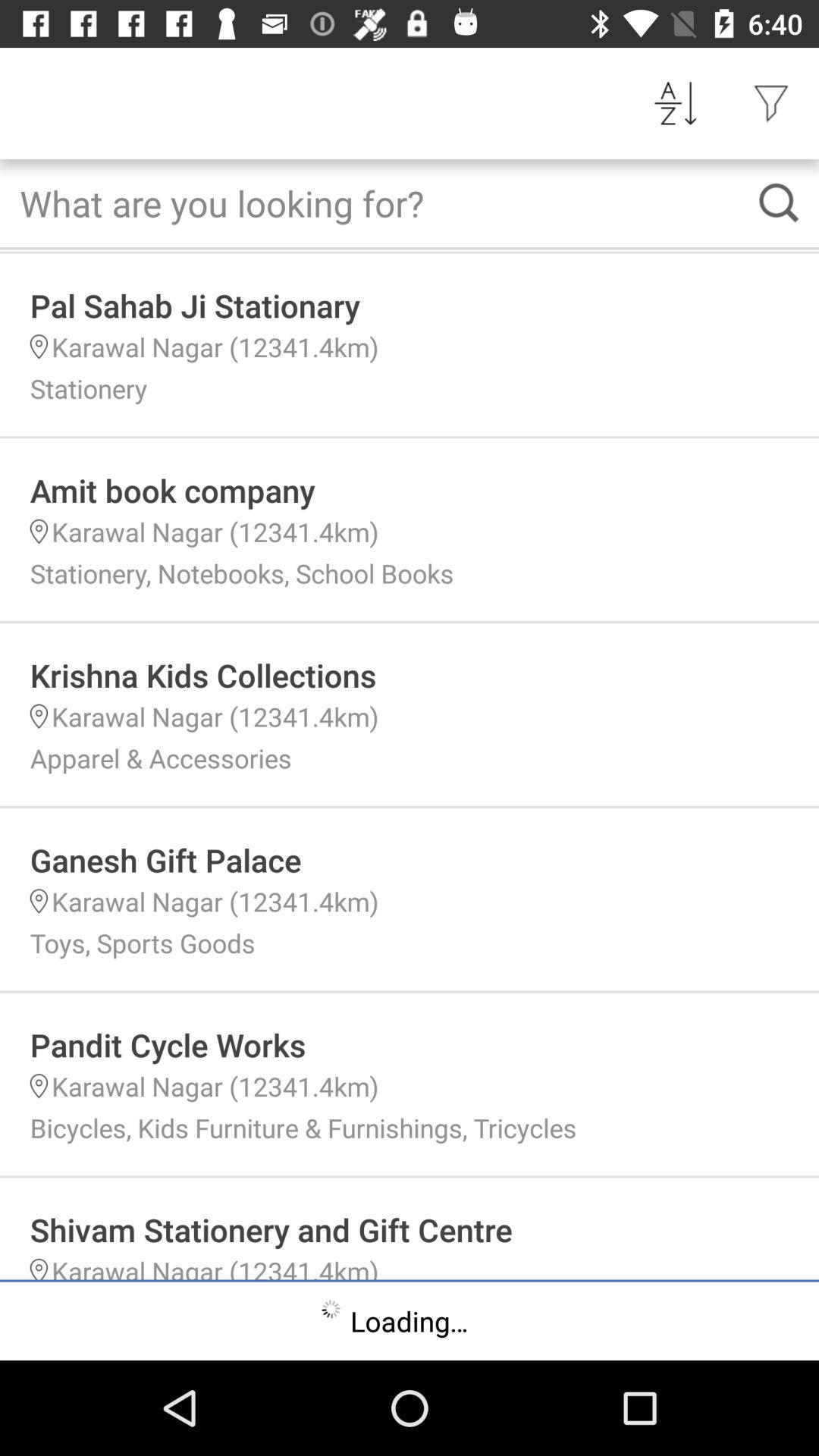 The height and width of the screenshot is (1456, 819). What do you see at coordinates (779, 202) in the screenshot?
I see `the search icon` at bounding box center [779, 202].